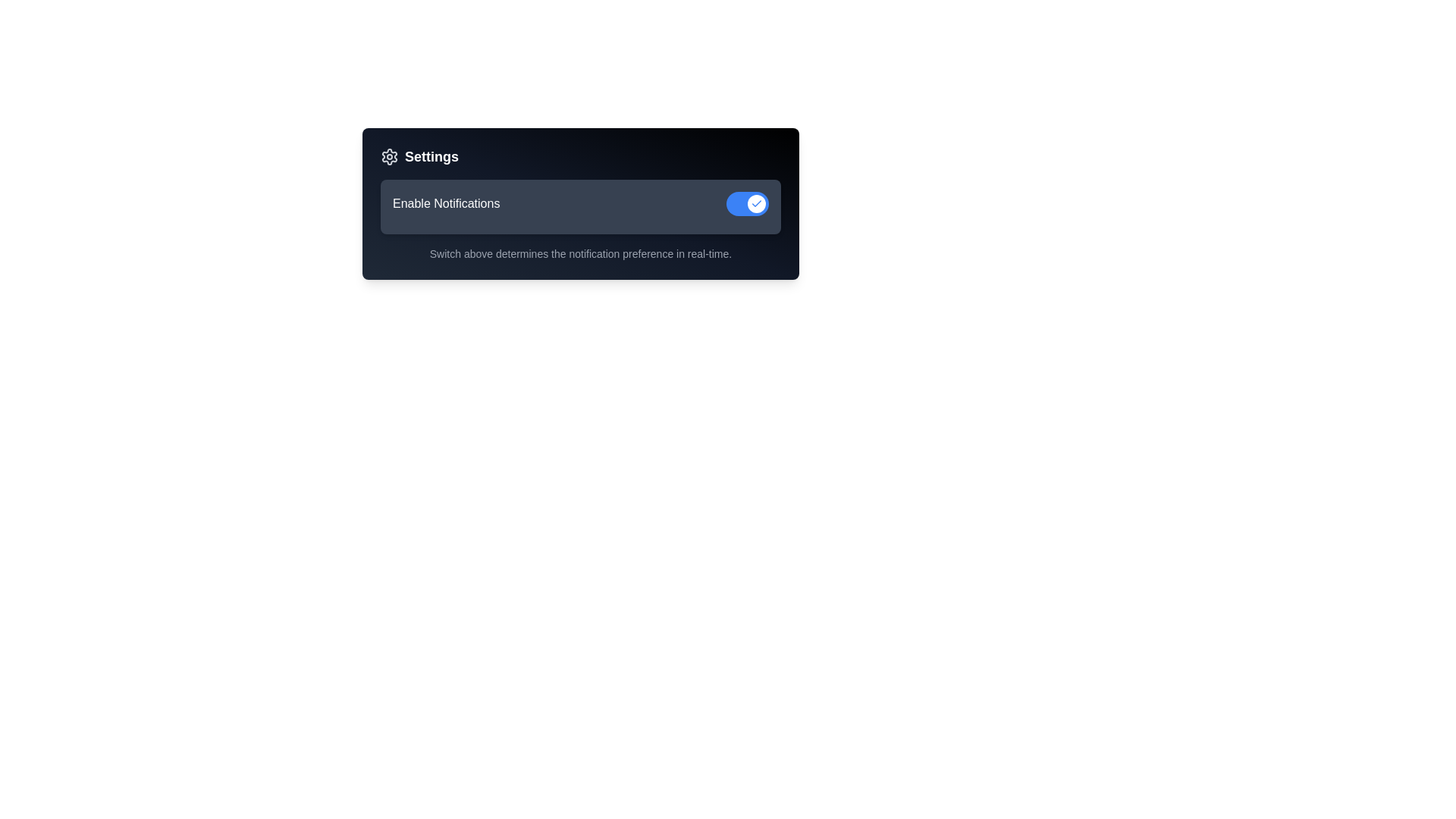 This screenshot has width=1456, height=819. What do you see at coordinates (389, 157) in the screenshot?
I see `the settings icon located at the top-left corner of the black card, adjacent to the 'Settings' text` at bounding box center [389, 157].